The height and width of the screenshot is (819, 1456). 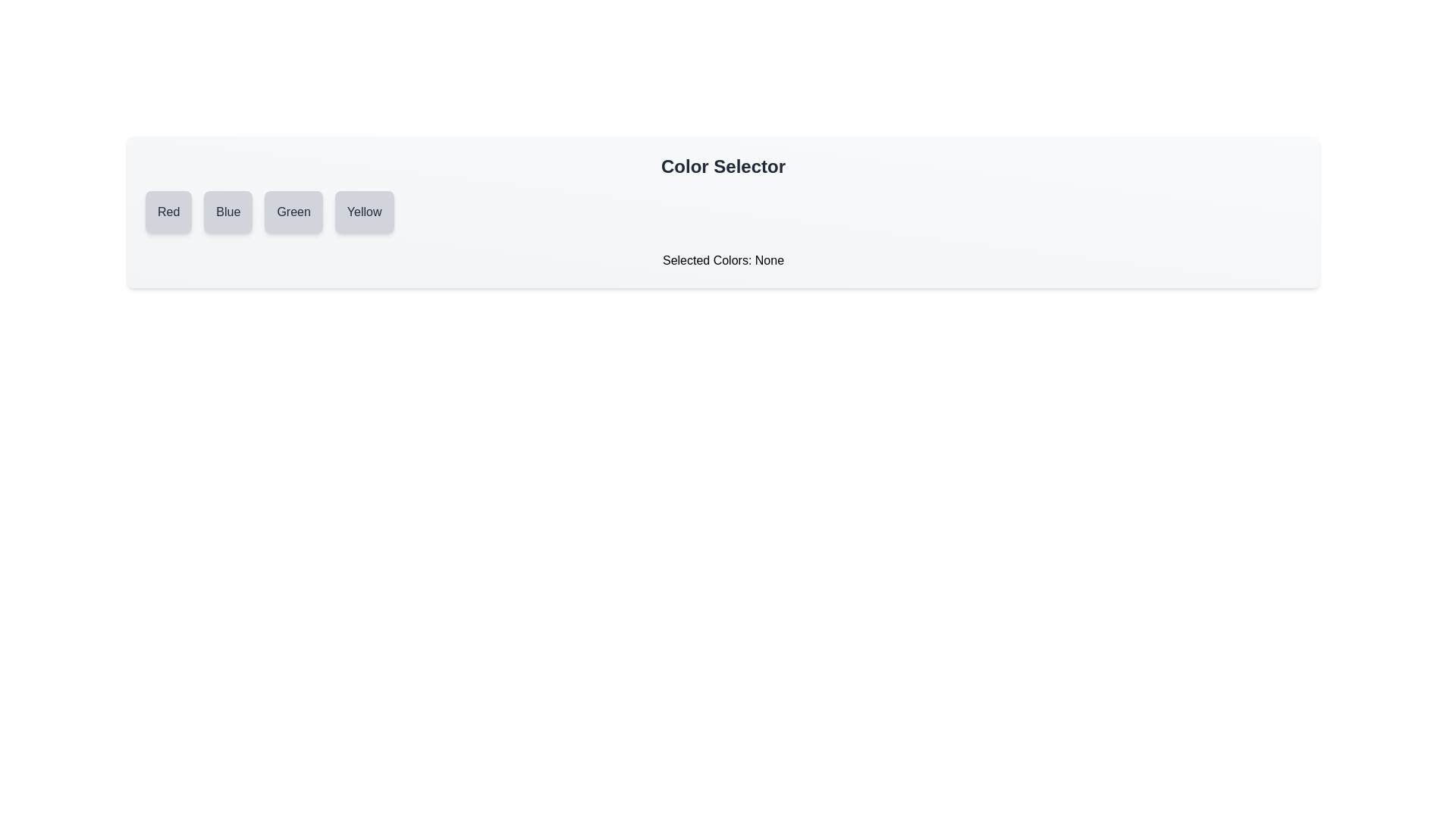 What do you see at coordinates (168, 212) in the screenshot?
I see `the color Red by clicking its button` at bounding box center [168, 212].